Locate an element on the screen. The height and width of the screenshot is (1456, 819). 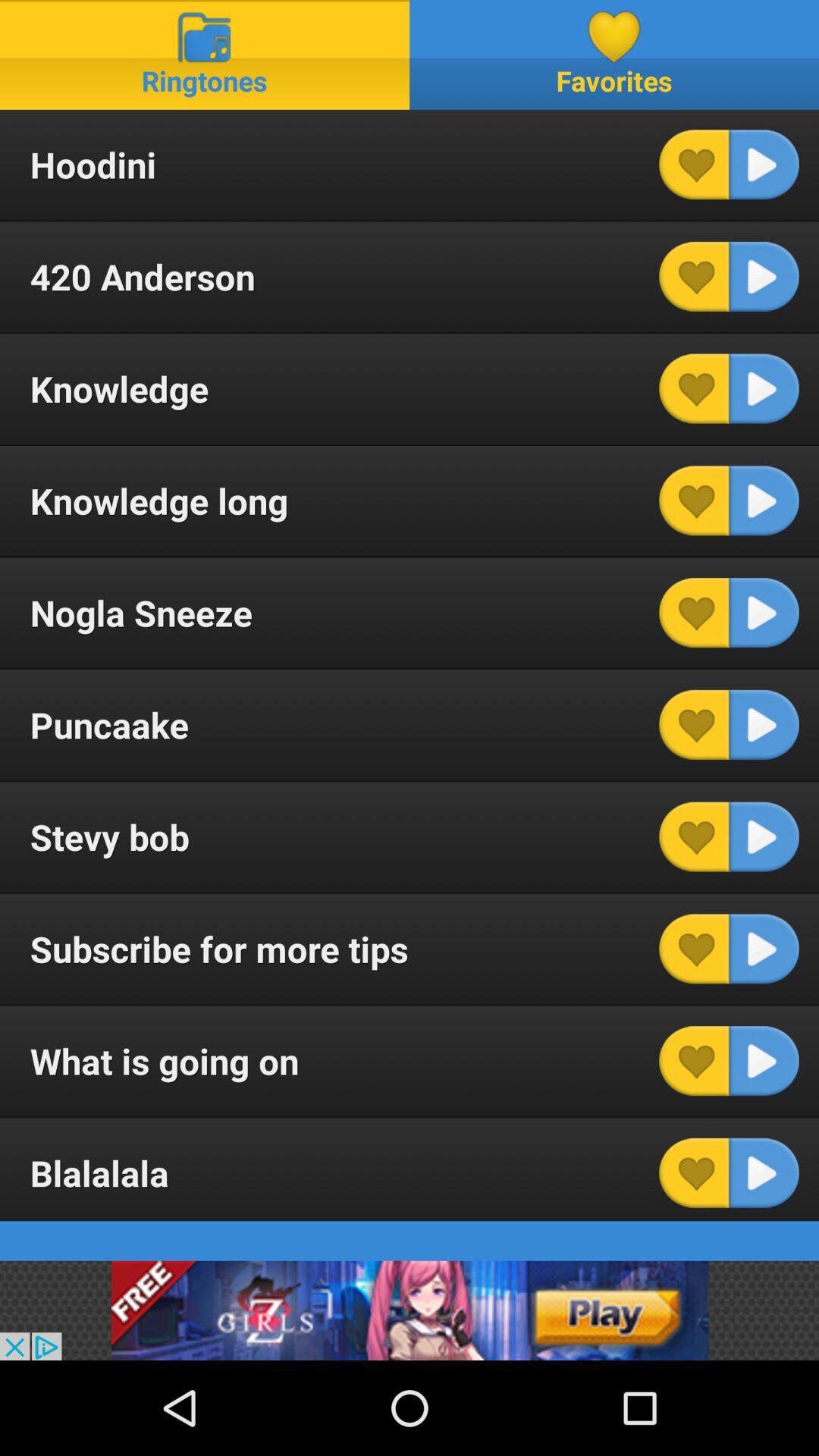
favorite is located at coordinates (694, 948).